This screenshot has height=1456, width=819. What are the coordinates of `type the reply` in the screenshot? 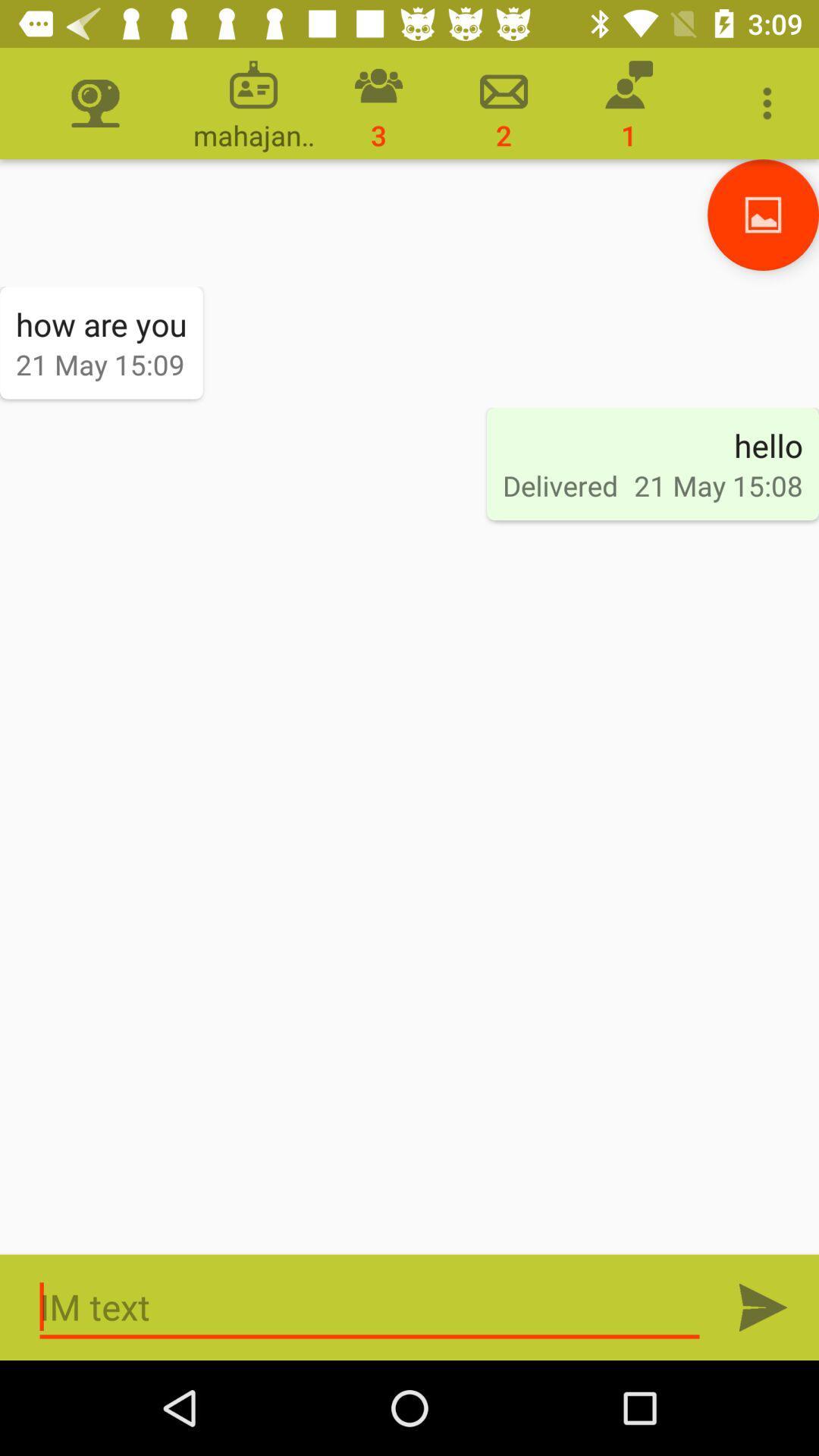 It's located at (369, 1307).